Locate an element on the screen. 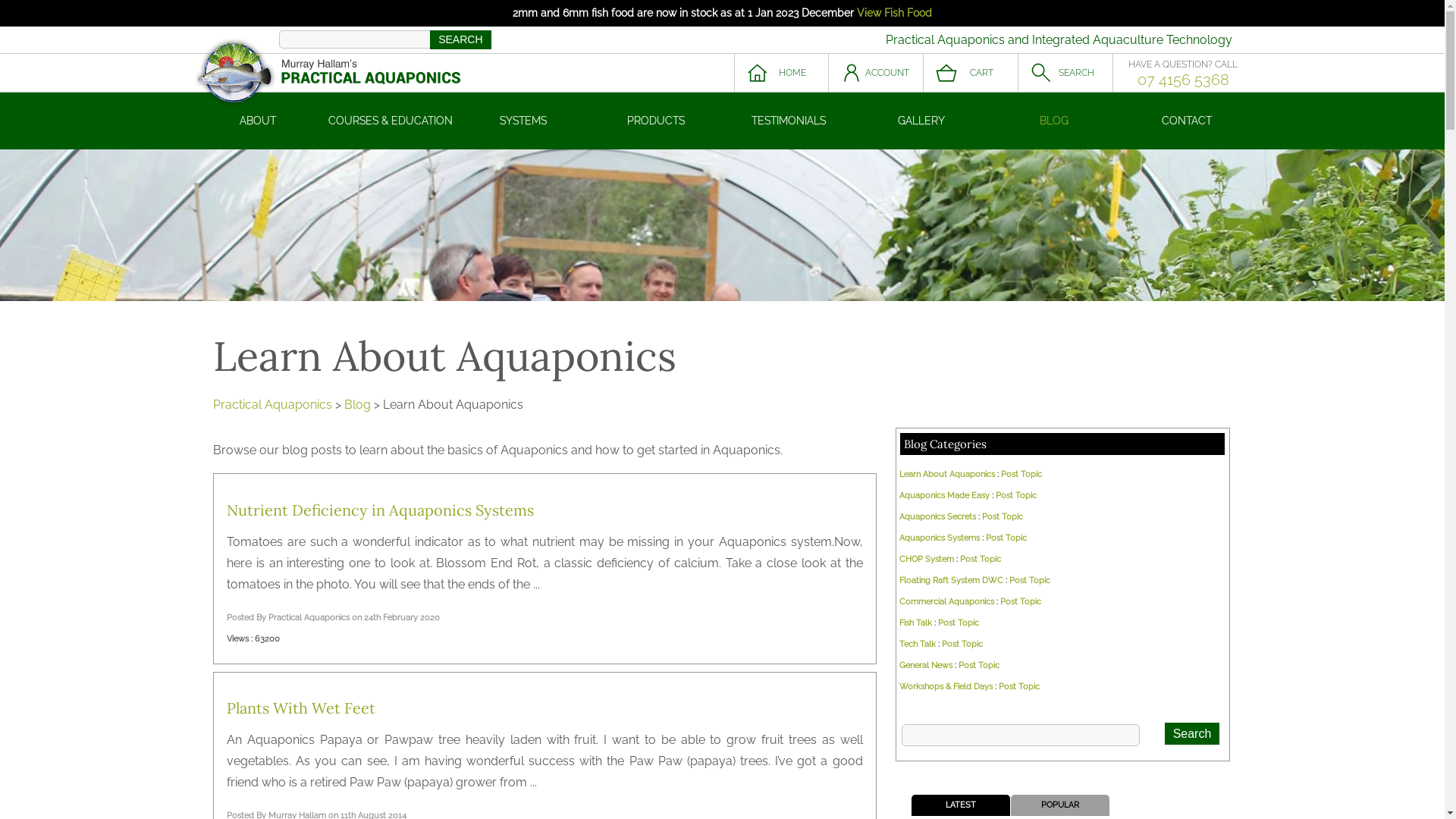 This screenshot has width=1456, height=819. 'Post Topic' is located at coordinates (979, 664).